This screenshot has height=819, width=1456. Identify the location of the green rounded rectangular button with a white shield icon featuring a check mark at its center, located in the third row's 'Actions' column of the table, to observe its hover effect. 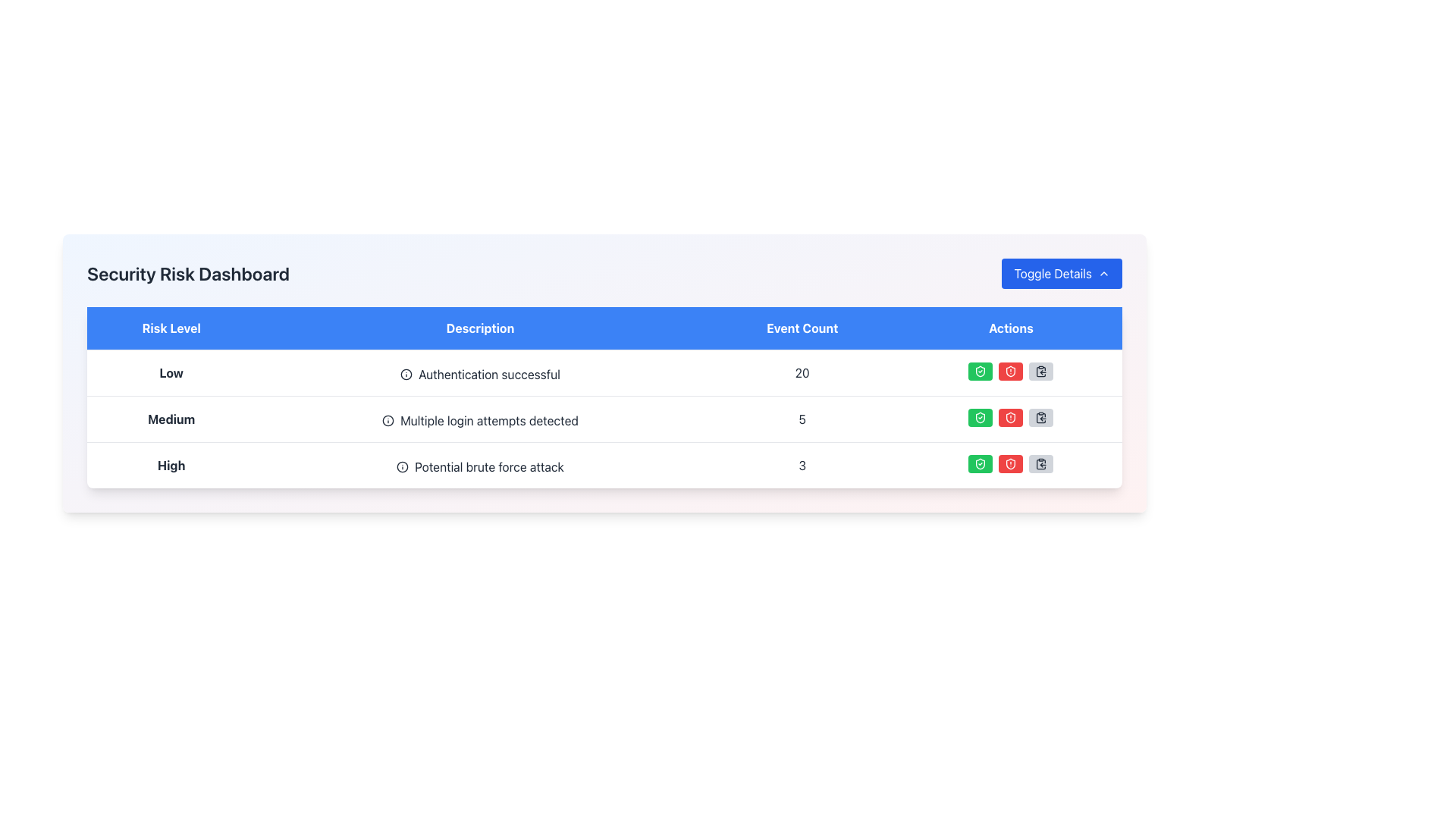
(981, 463).